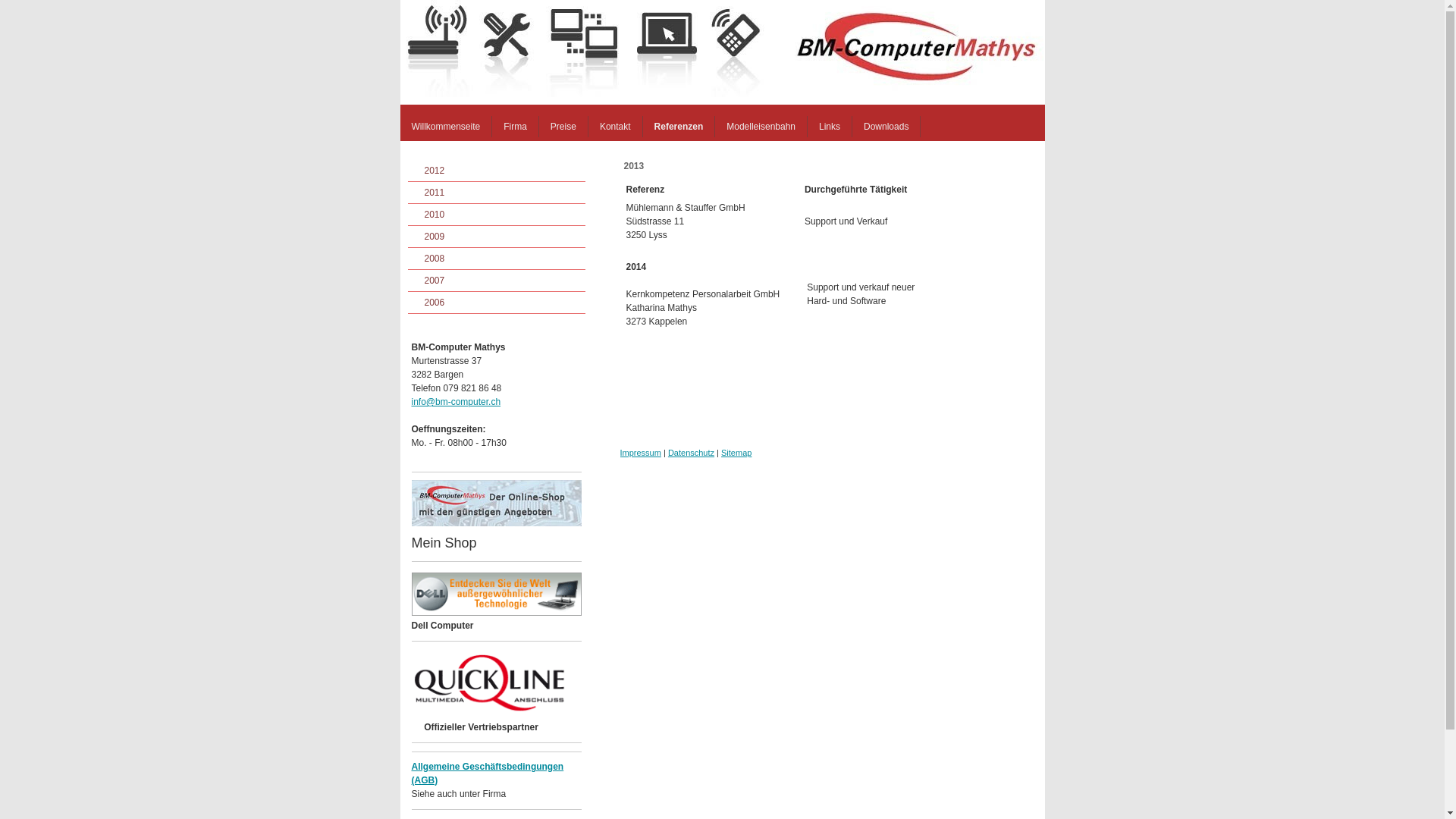 The height and width of the screenshot is (819, 1456). What do you see at coordinates (829, 125) in the screenshot?
I see `'Links'` at bounding box center [829, 125].